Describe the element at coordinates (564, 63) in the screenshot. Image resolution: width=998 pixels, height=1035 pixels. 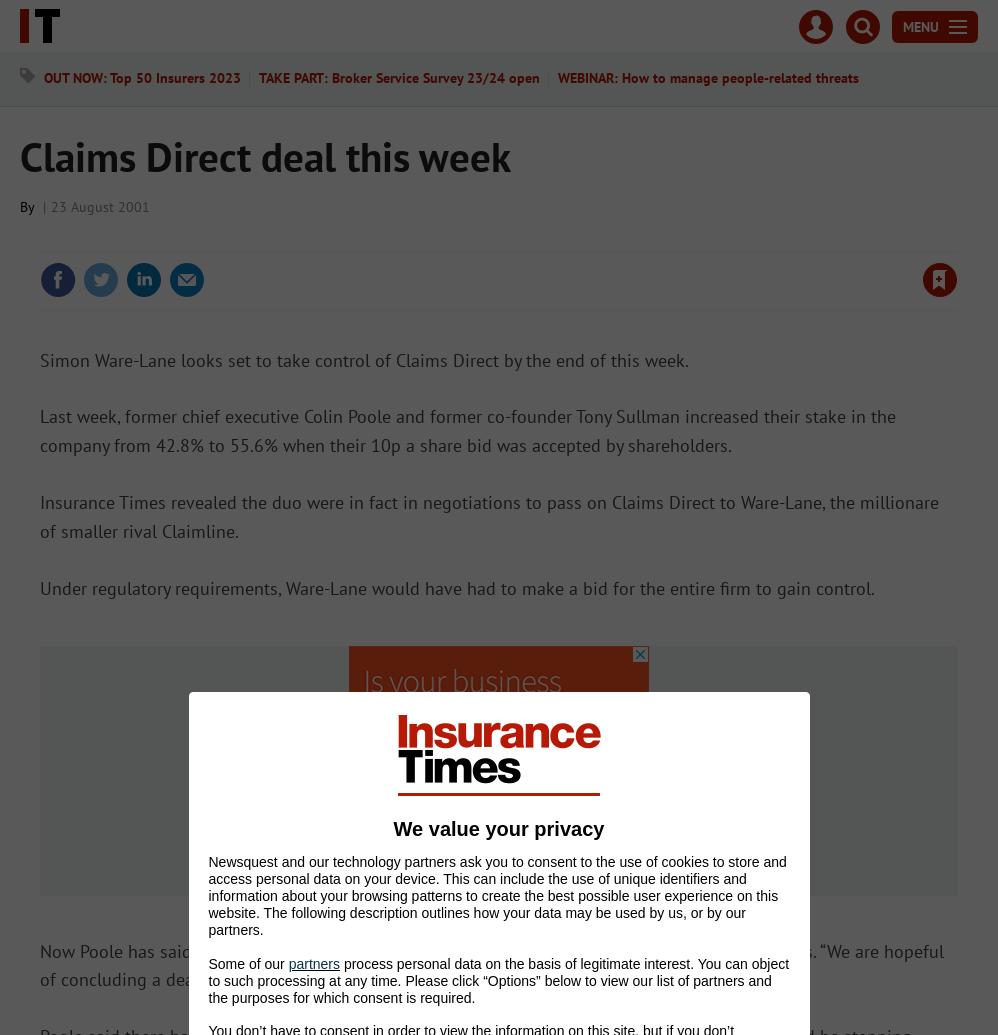
I see `'Register'` at that location.